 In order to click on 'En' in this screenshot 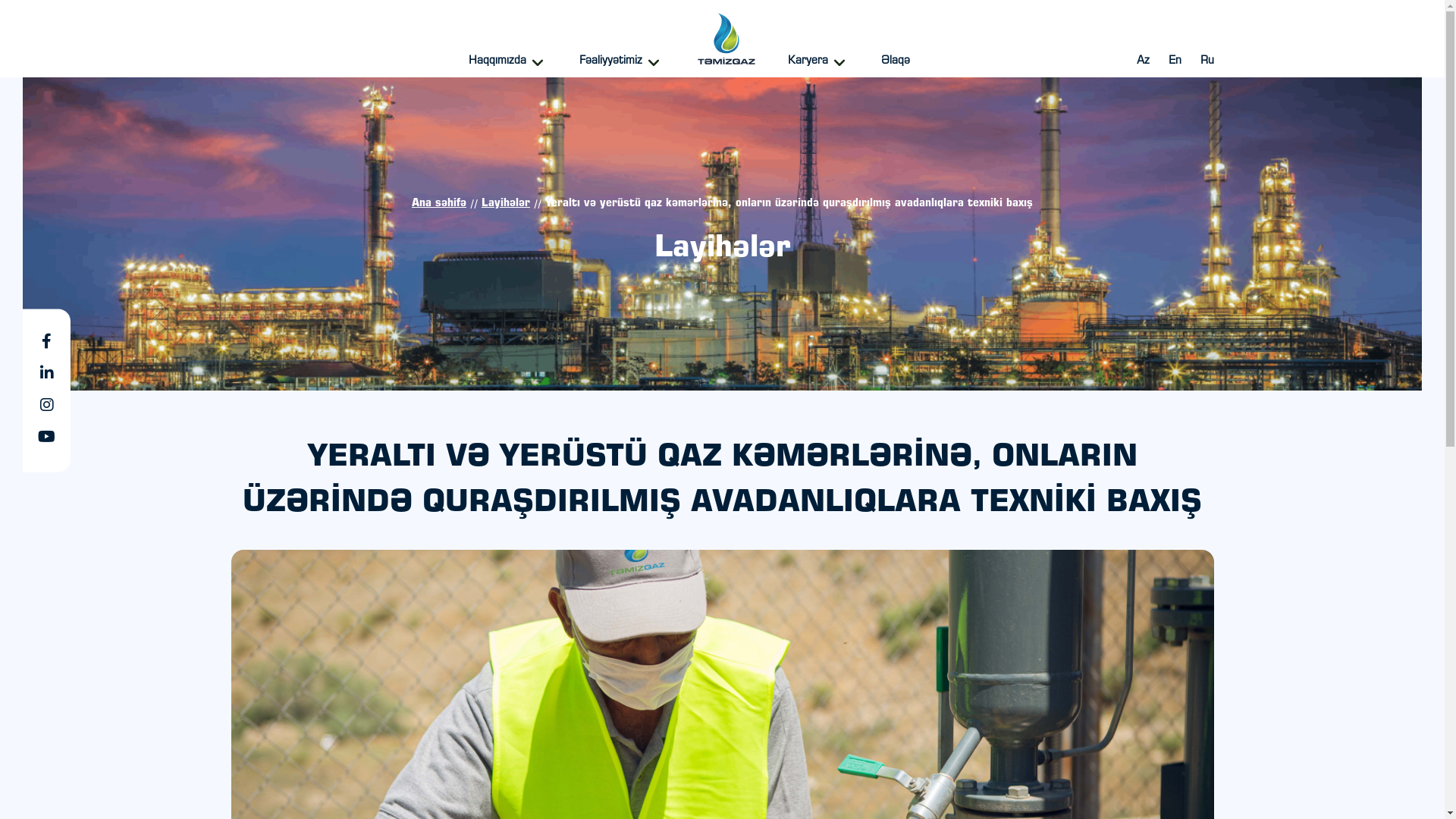, I will do `click(1173, 61)`.